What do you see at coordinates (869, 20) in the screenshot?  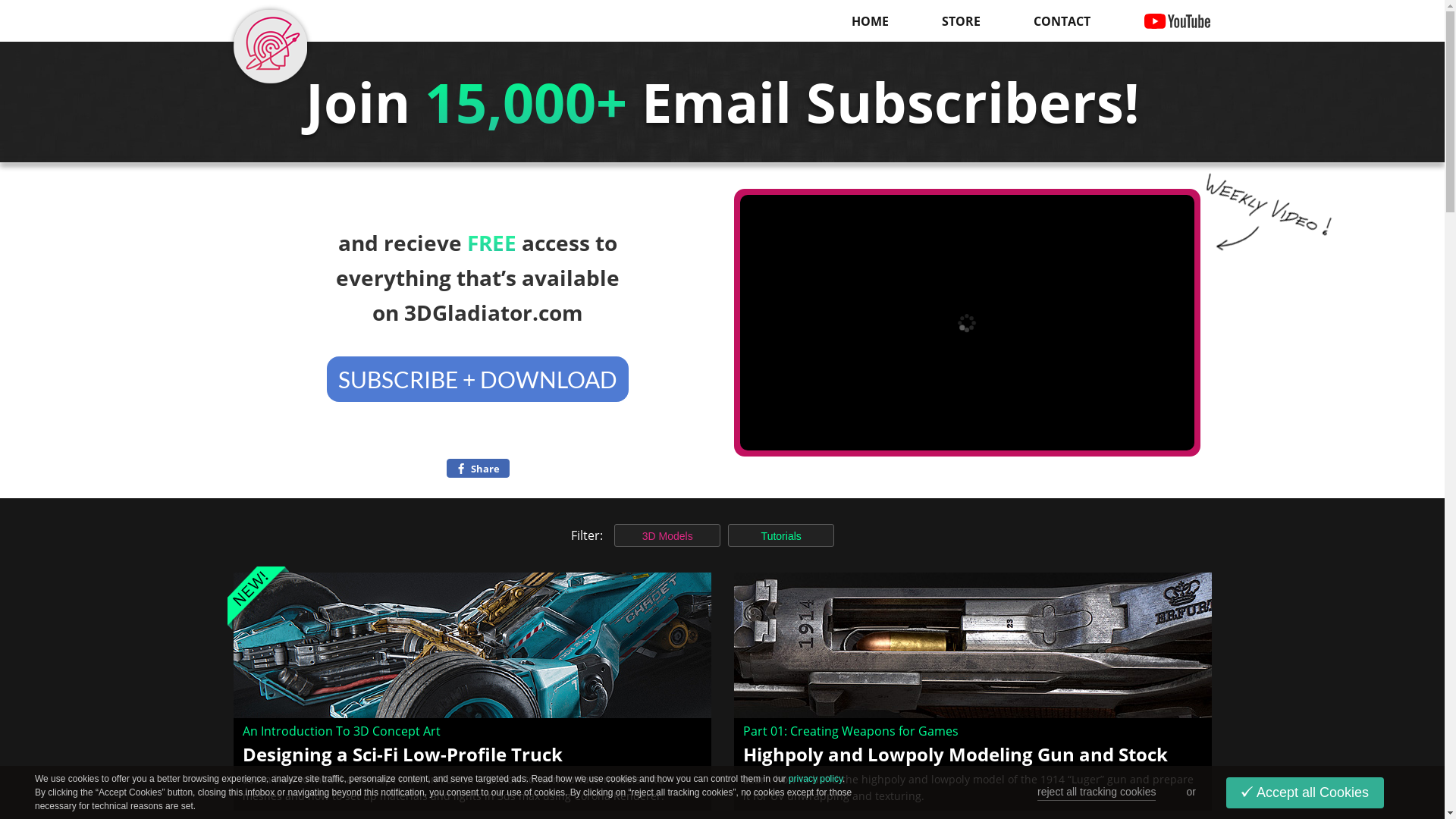 I see `'HOME'` at bounding box center [869, 20].